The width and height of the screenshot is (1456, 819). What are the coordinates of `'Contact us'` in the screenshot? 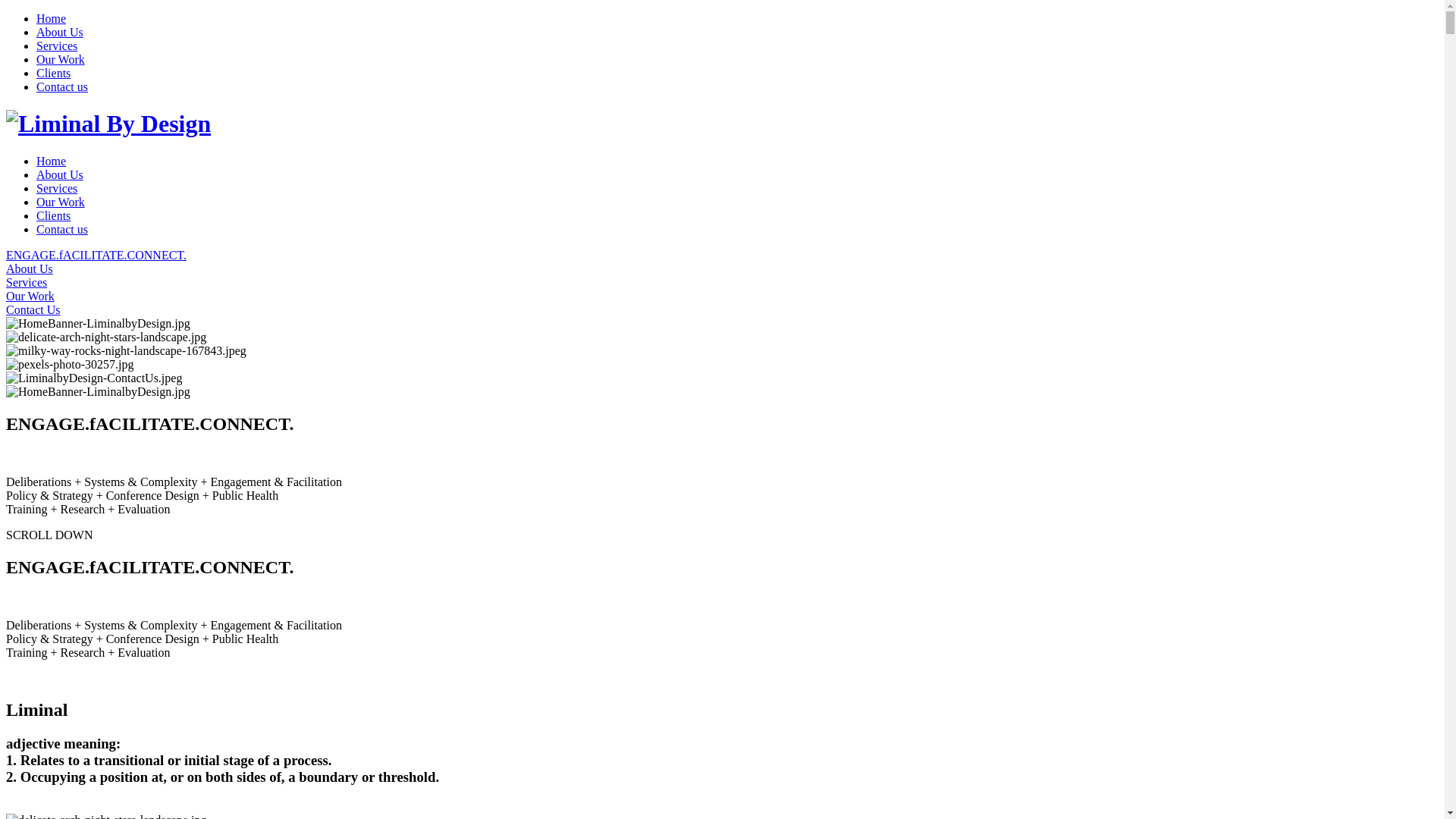 It's located at (61, 86).